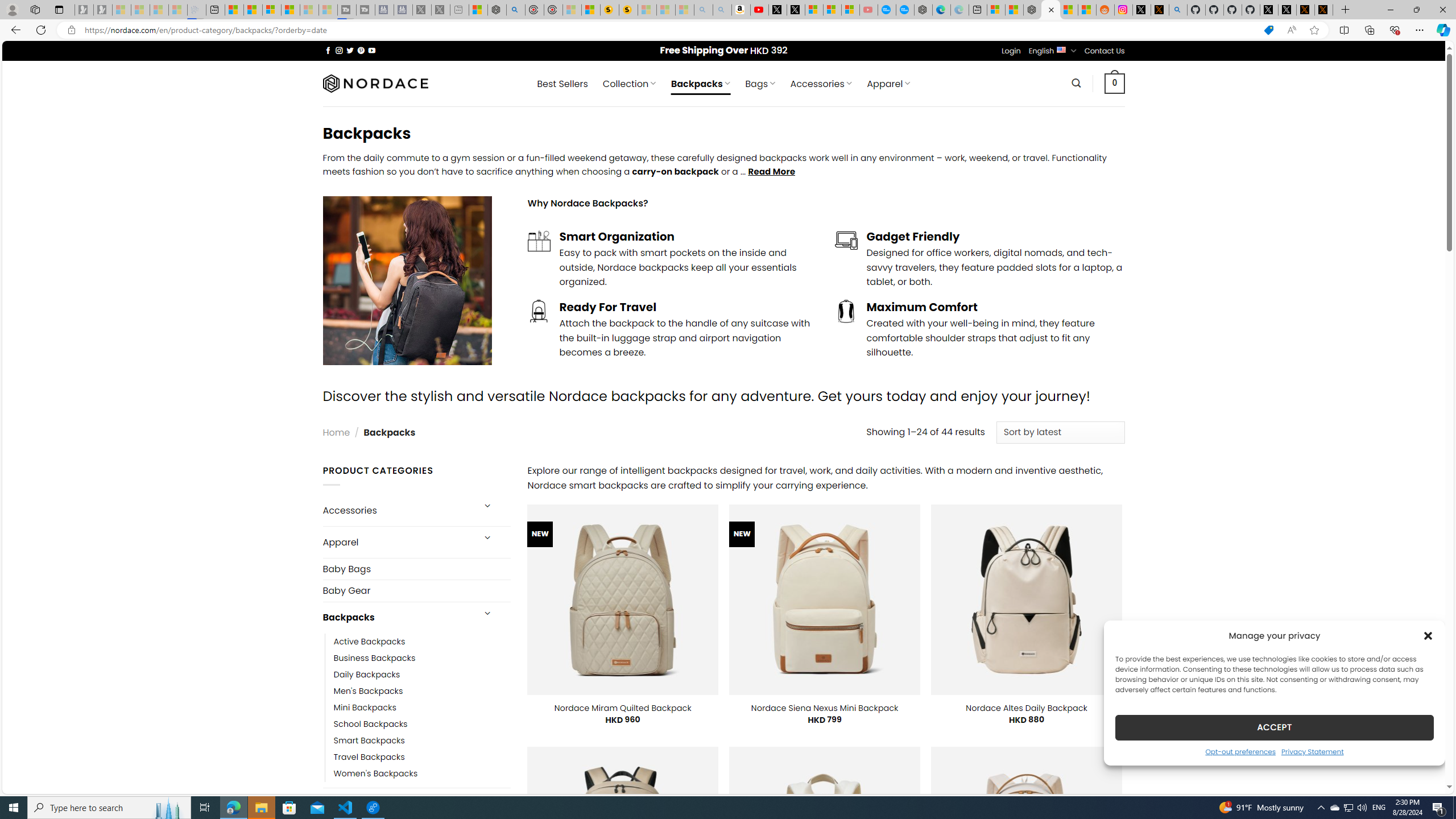  I want to click on 'Smart Backpacks', so click(369, 741).